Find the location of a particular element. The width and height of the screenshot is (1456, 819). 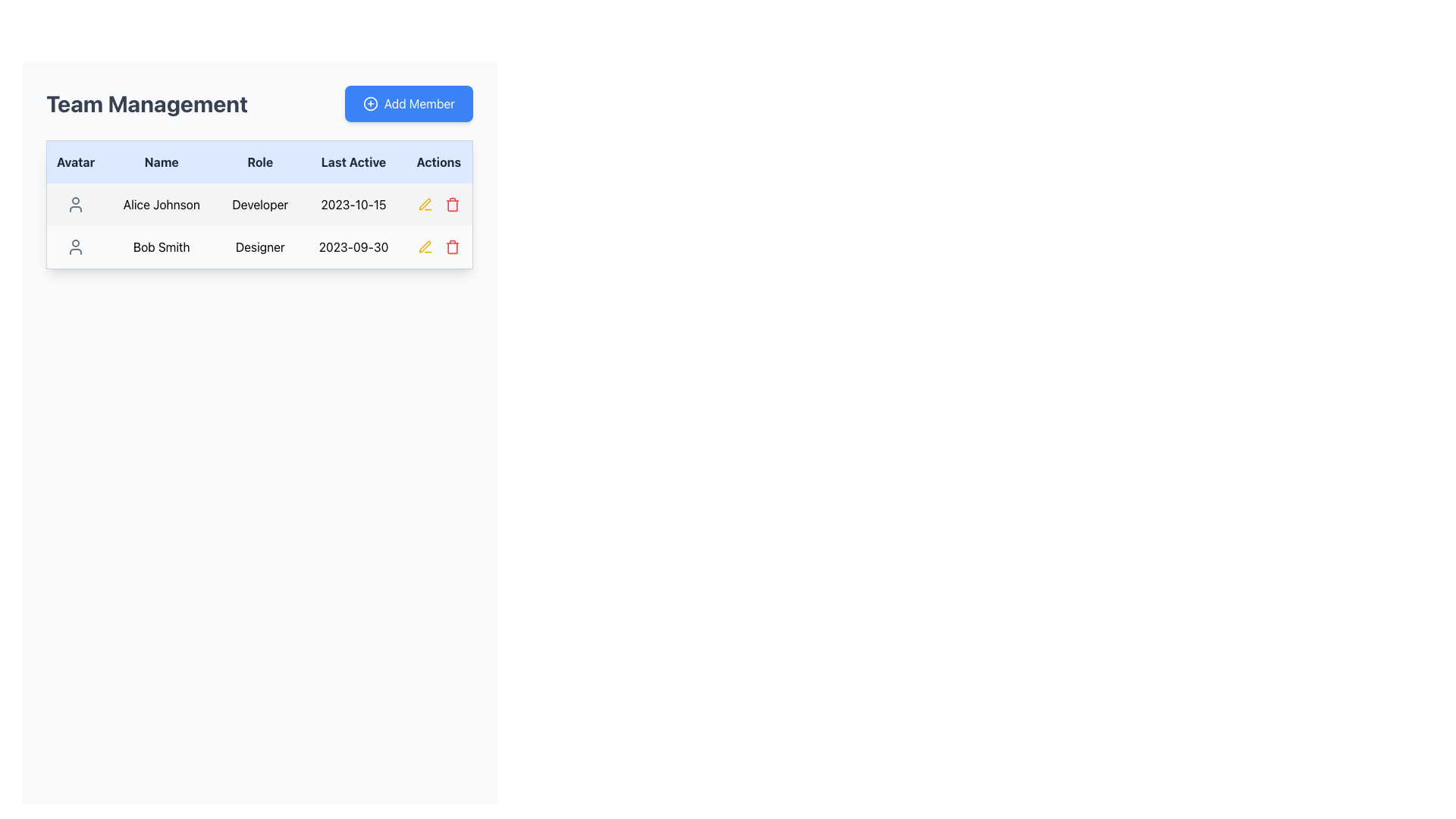

the text label displaying the name of a team member in the second column of the first row of the 'Team Management' table is located at coordinates (162, 205).